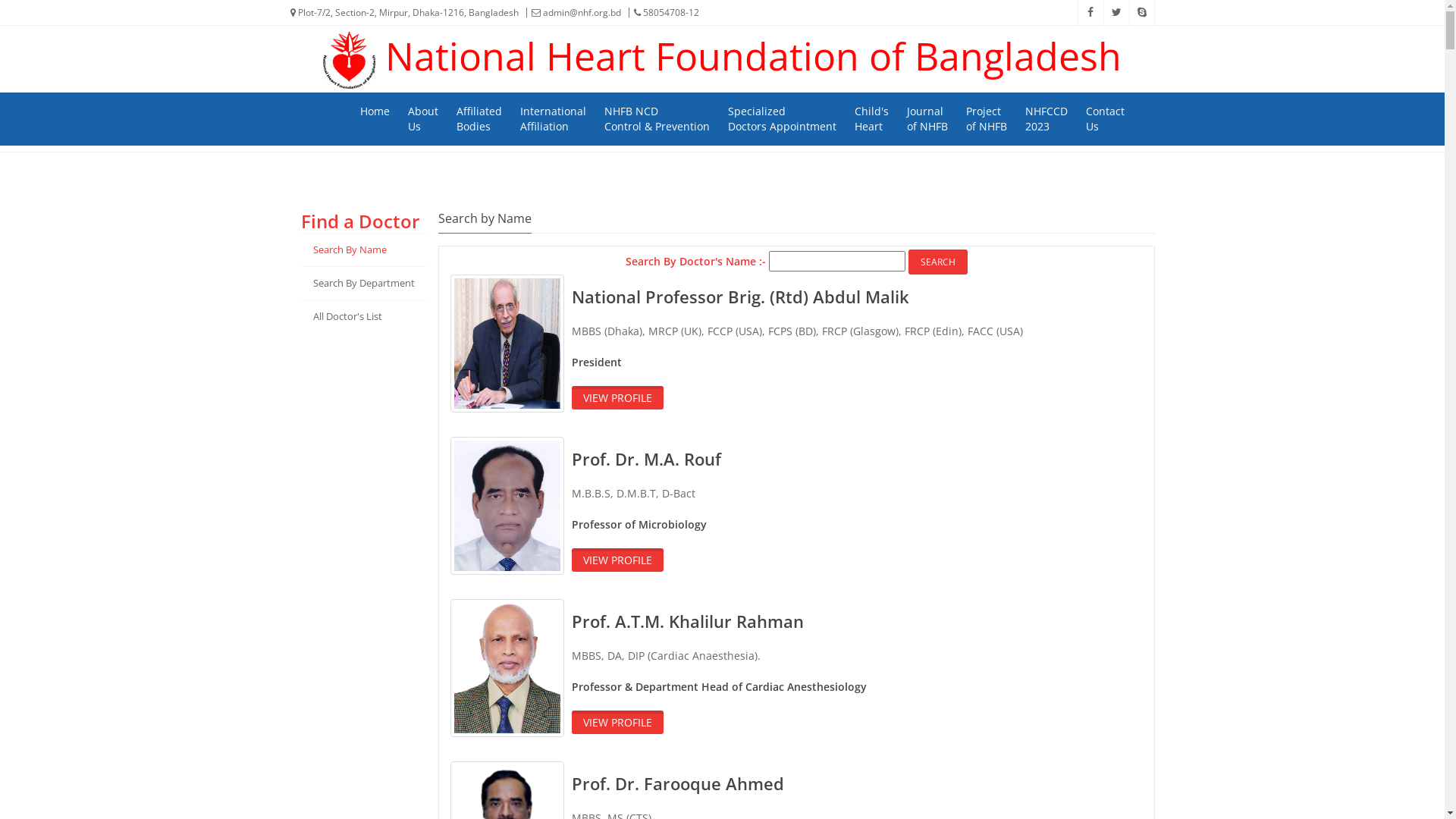 The image size is (1456, 819). Describe the element at coordinates (781, 118) in the screenshot. I see `'Specialized` at that location.